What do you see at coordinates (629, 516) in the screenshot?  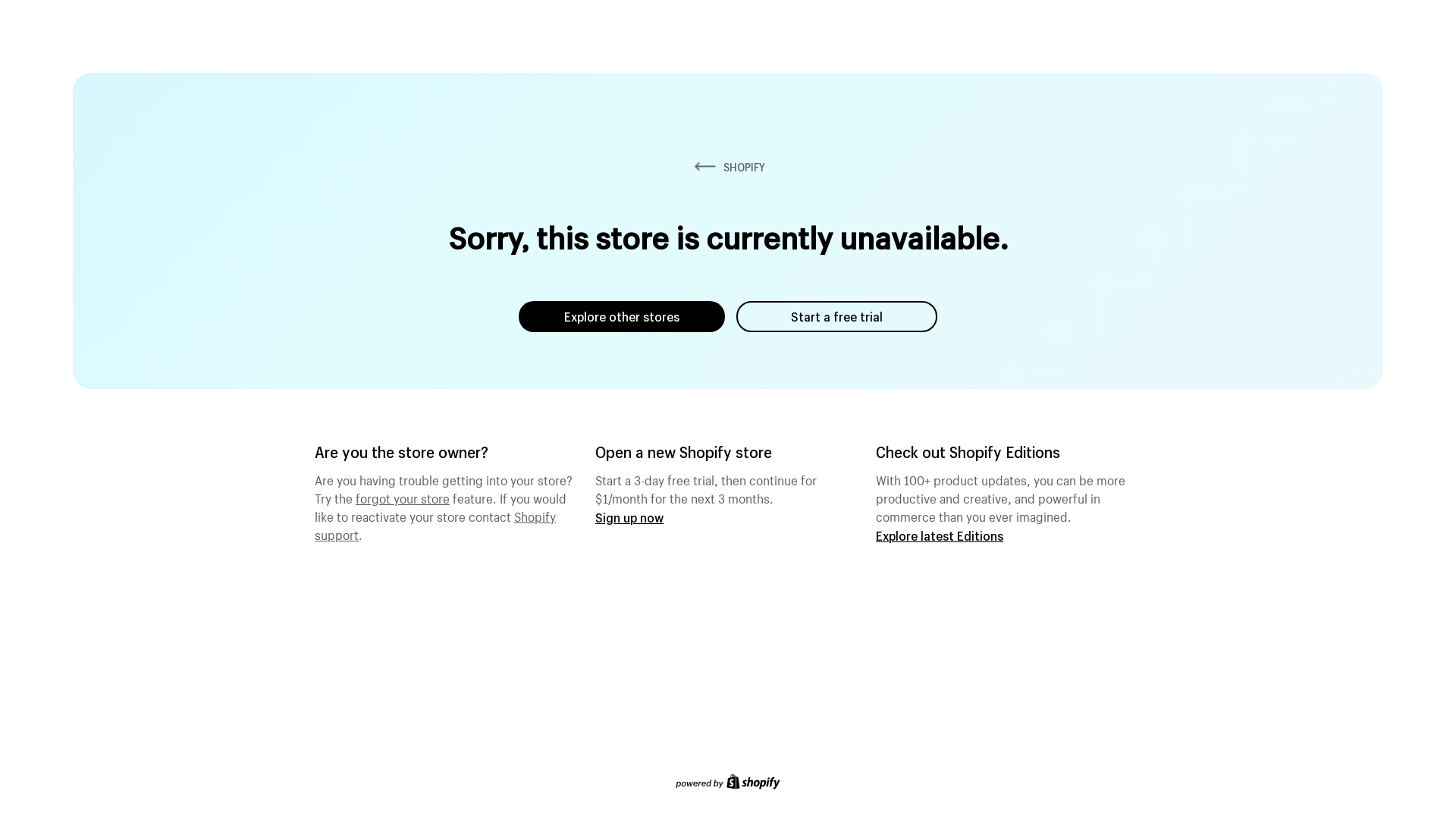 I see `'Sign up now'` at bounding box center [629, 516].